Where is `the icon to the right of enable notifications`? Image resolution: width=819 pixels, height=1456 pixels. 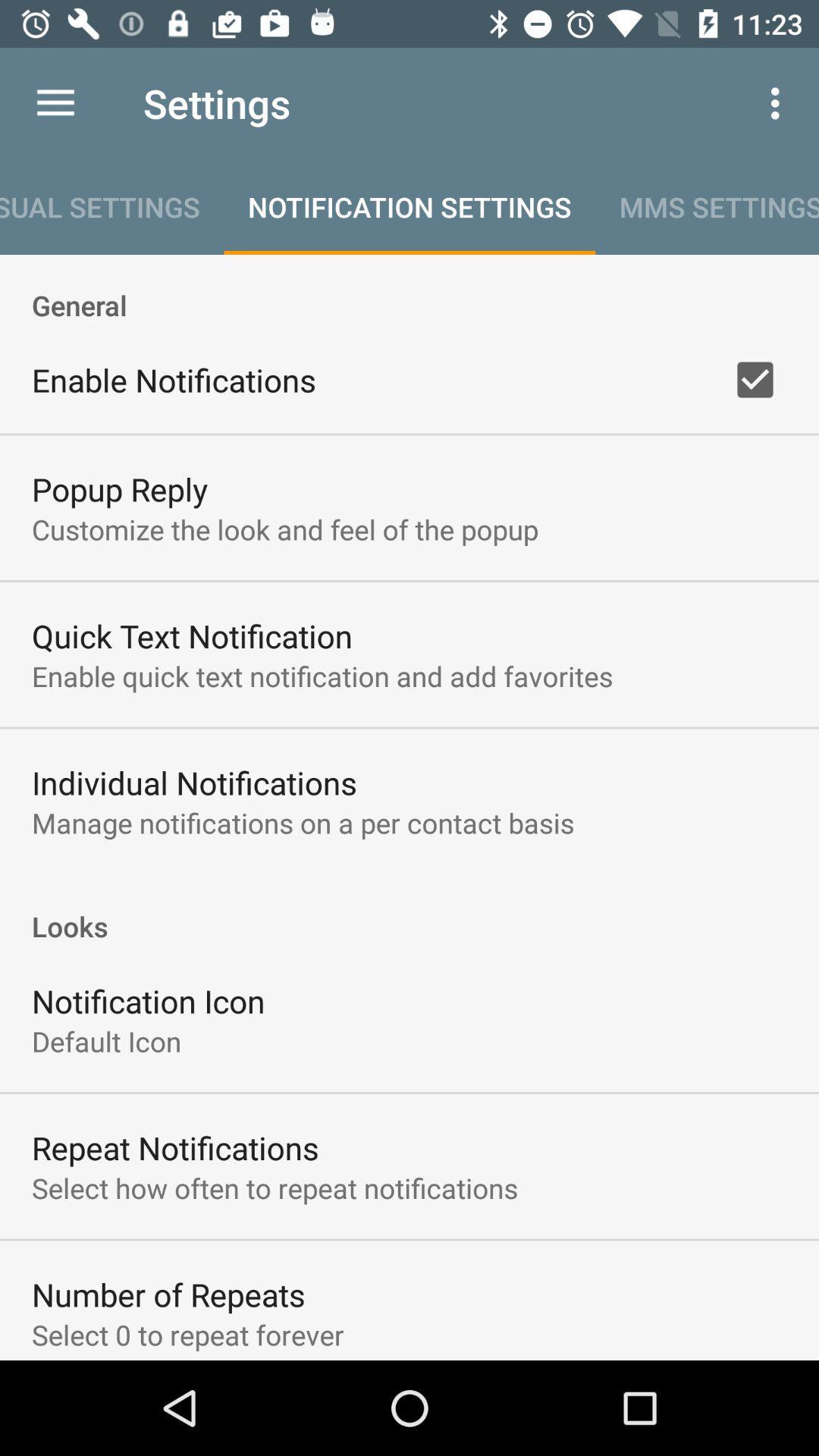 the icon to the right of enable notifications is located at coordinates (755, 379).